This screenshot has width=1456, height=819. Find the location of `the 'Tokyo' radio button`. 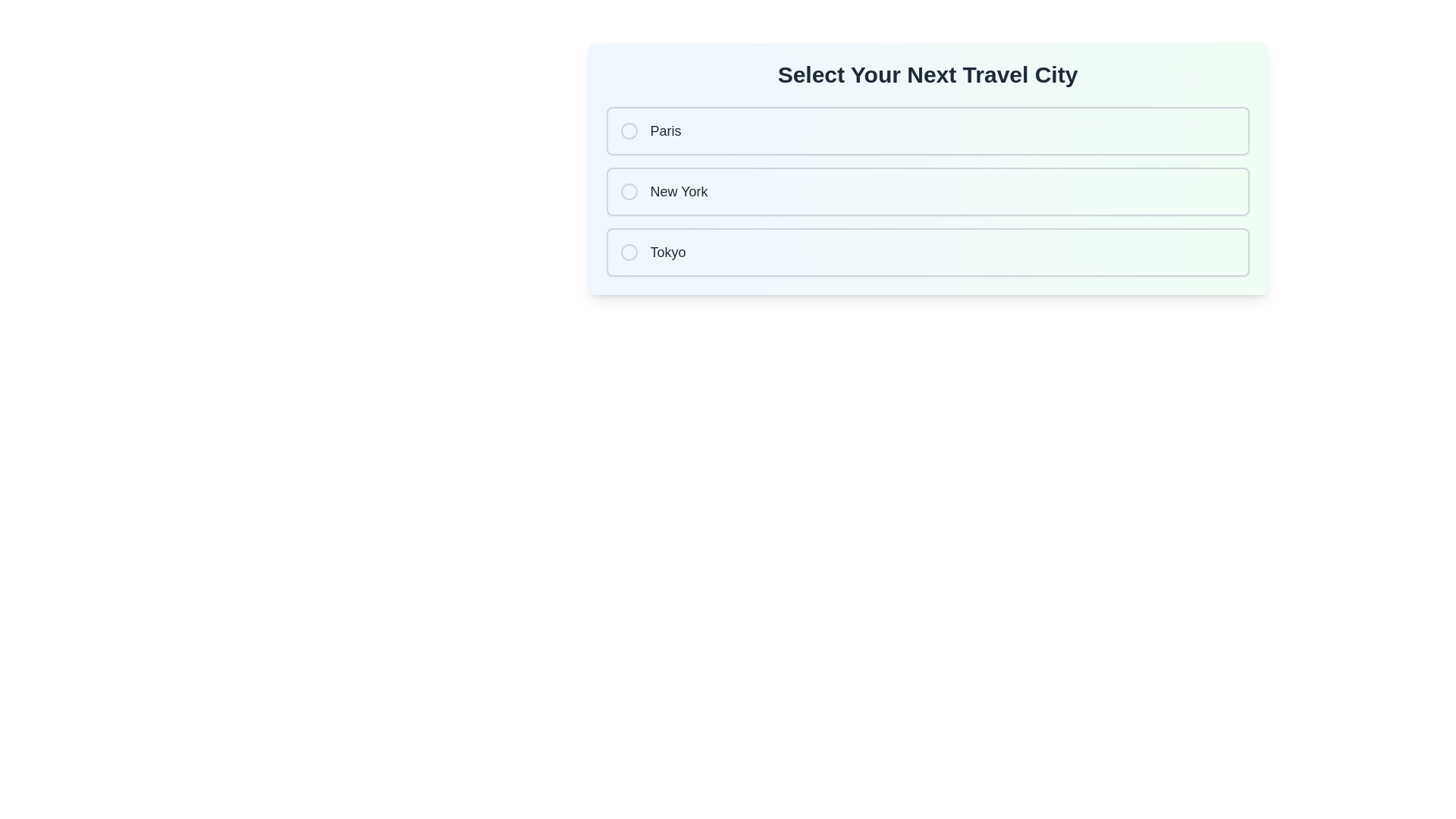

the 'Tokyo' radio button is located at coordinates (927, 251).